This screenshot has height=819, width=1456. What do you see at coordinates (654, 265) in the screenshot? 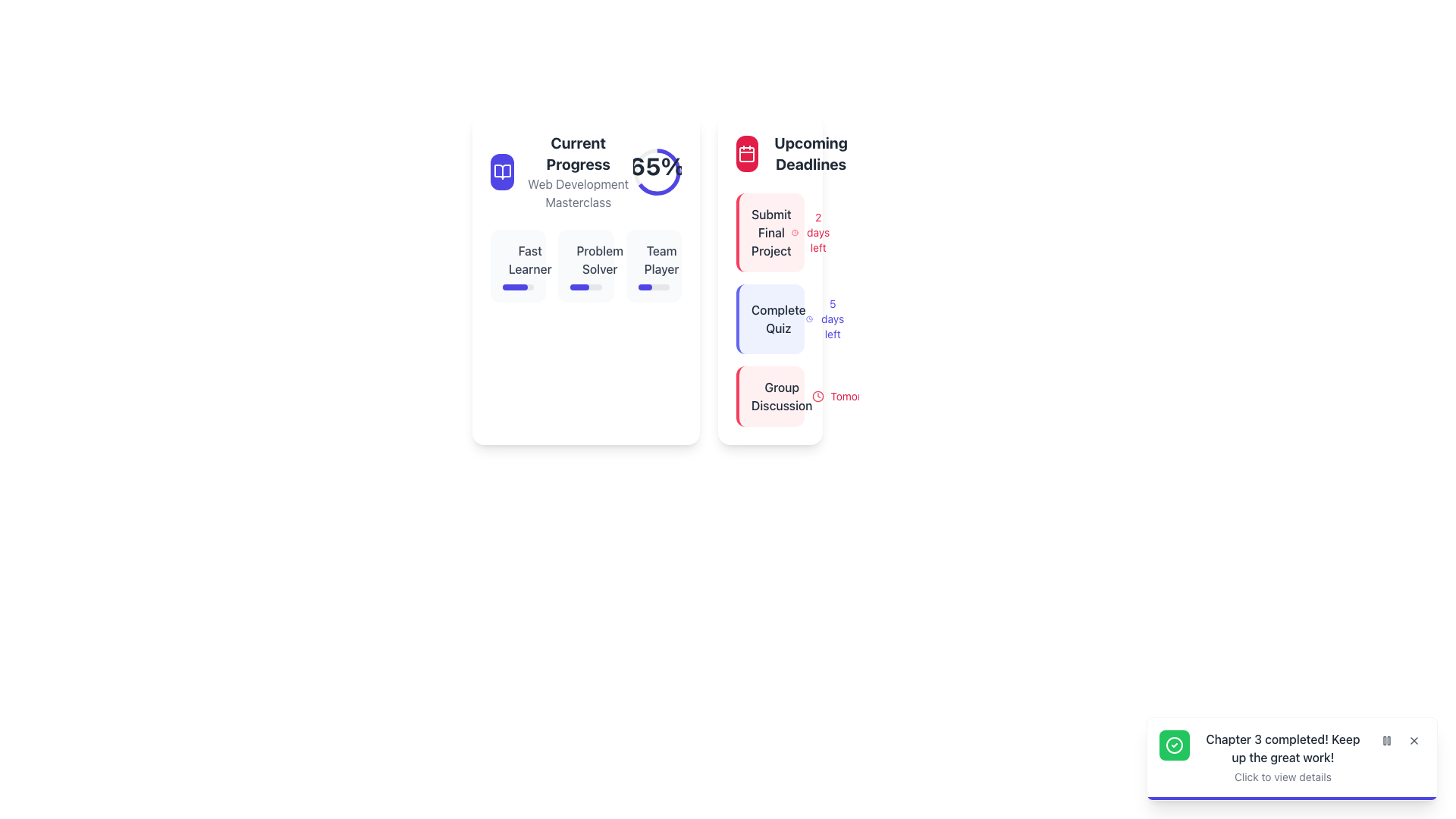
I see `the skill progress card located in the top-center section of the interface, which is the third item in a horizontal group of three cards, positioned between the 'Problem Solver' card and the surrounding white space` at bounding box center [654, 265].